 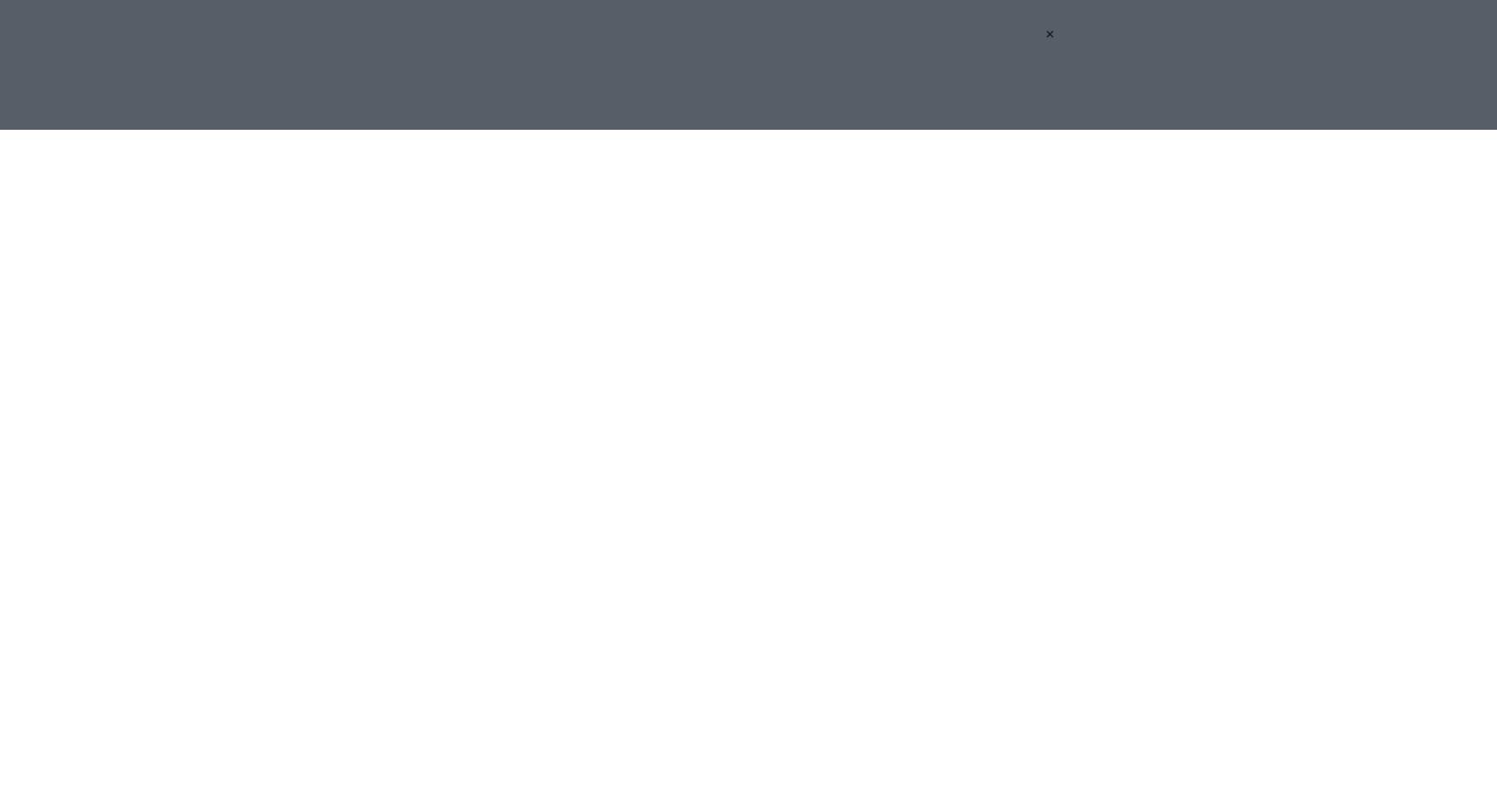 I want to click on 'Sam Thomas', so click(x=637, y=725).